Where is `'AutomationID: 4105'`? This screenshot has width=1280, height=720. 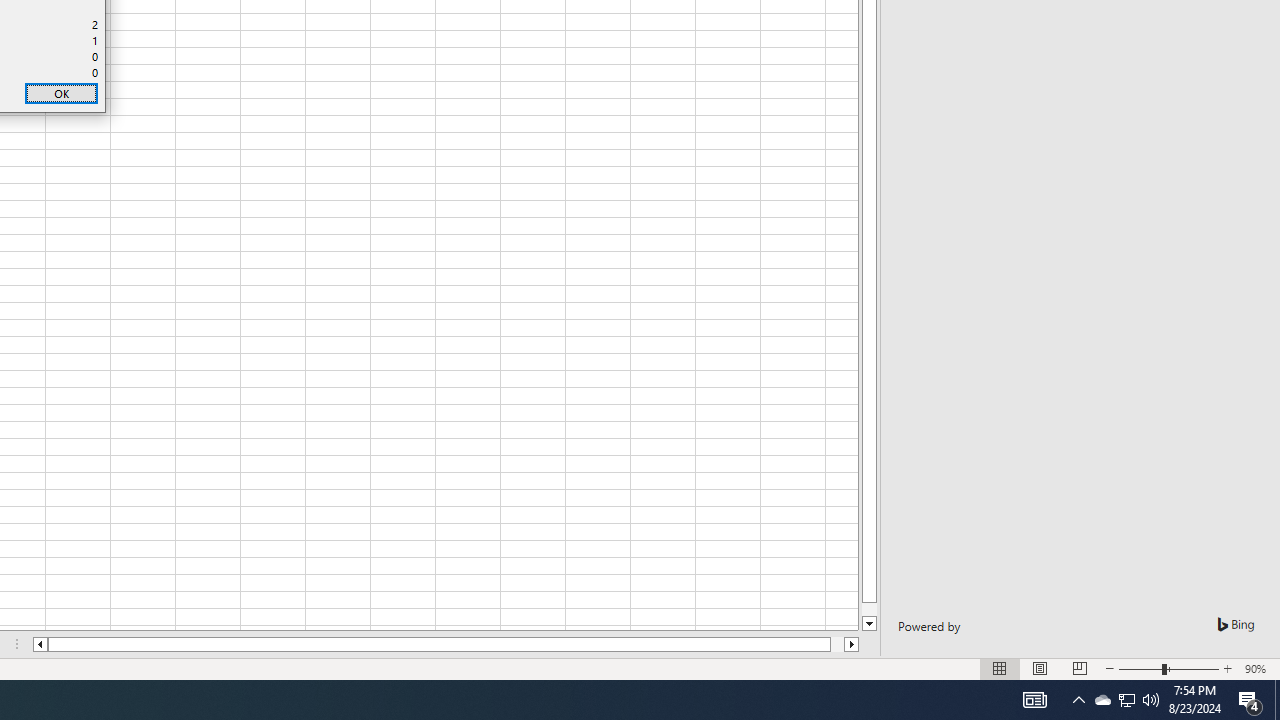 'AutomationID: 4105' is located at coordinates (1034, 698).